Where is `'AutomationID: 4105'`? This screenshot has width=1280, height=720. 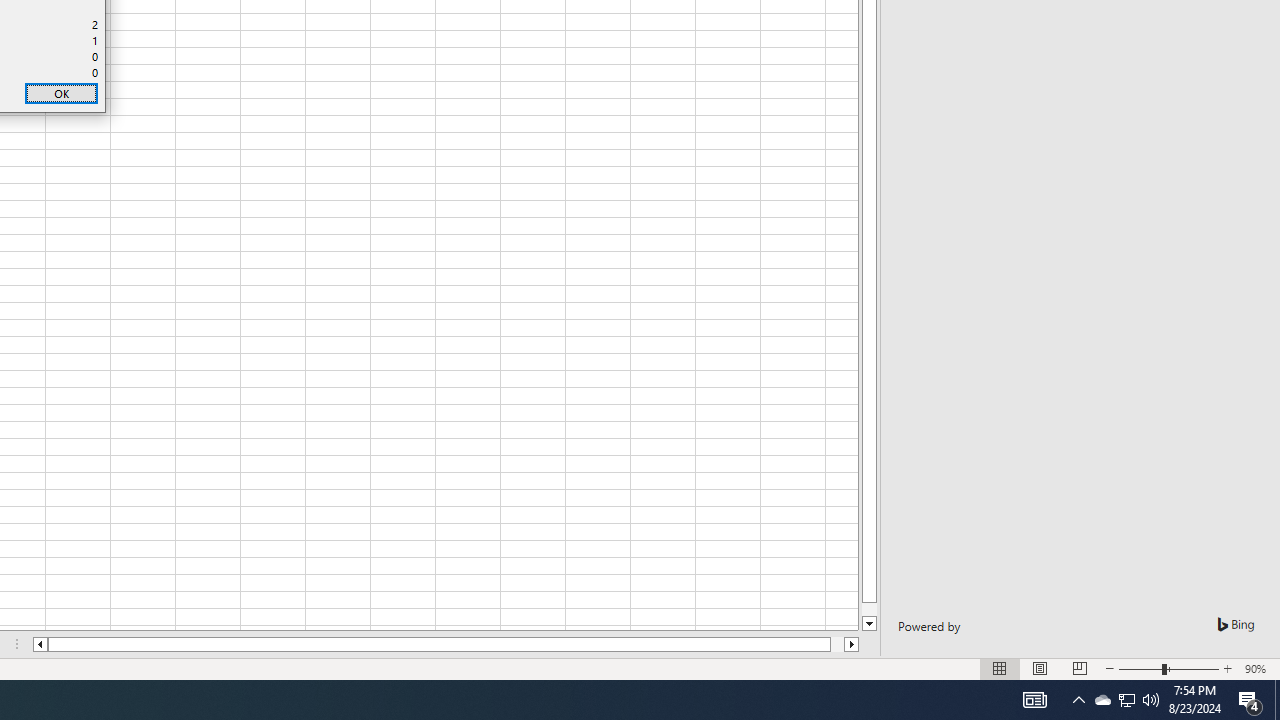 'AutomationID: 4105' is located at coordinates (1034, 698).